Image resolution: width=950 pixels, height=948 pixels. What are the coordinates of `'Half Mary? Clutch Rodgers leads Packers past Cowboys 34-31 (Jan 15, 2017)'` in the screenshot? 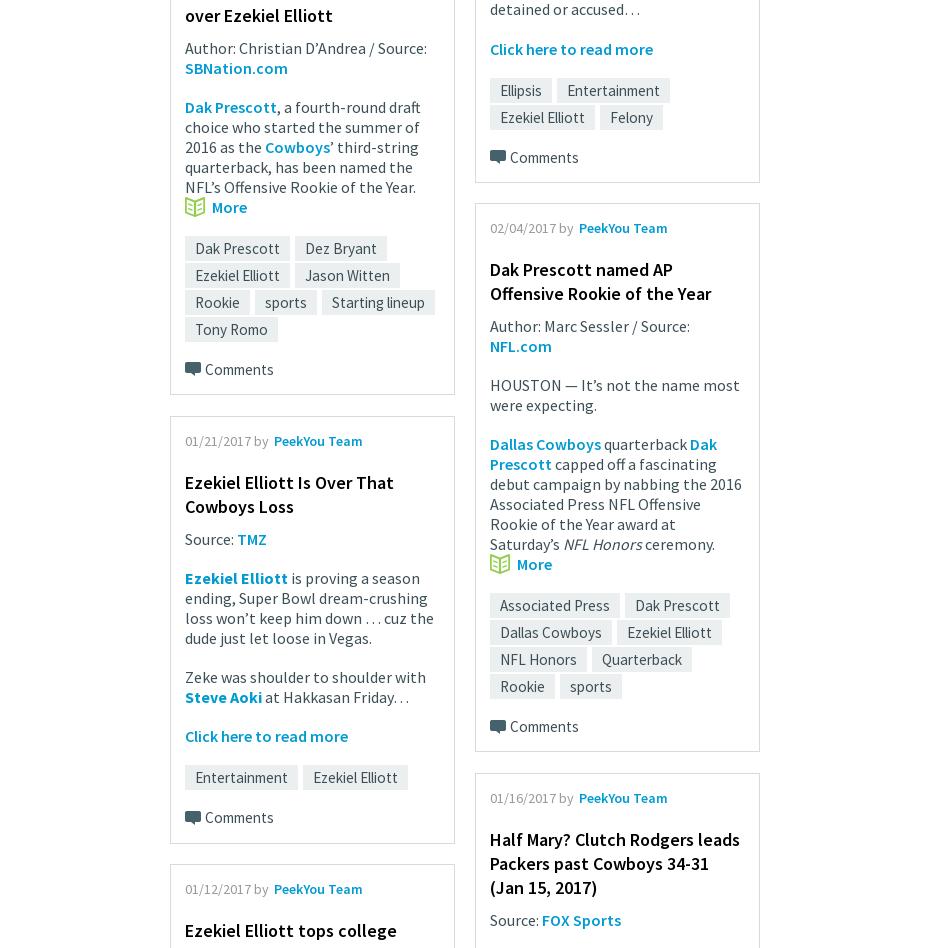 It's located at (490, 861).